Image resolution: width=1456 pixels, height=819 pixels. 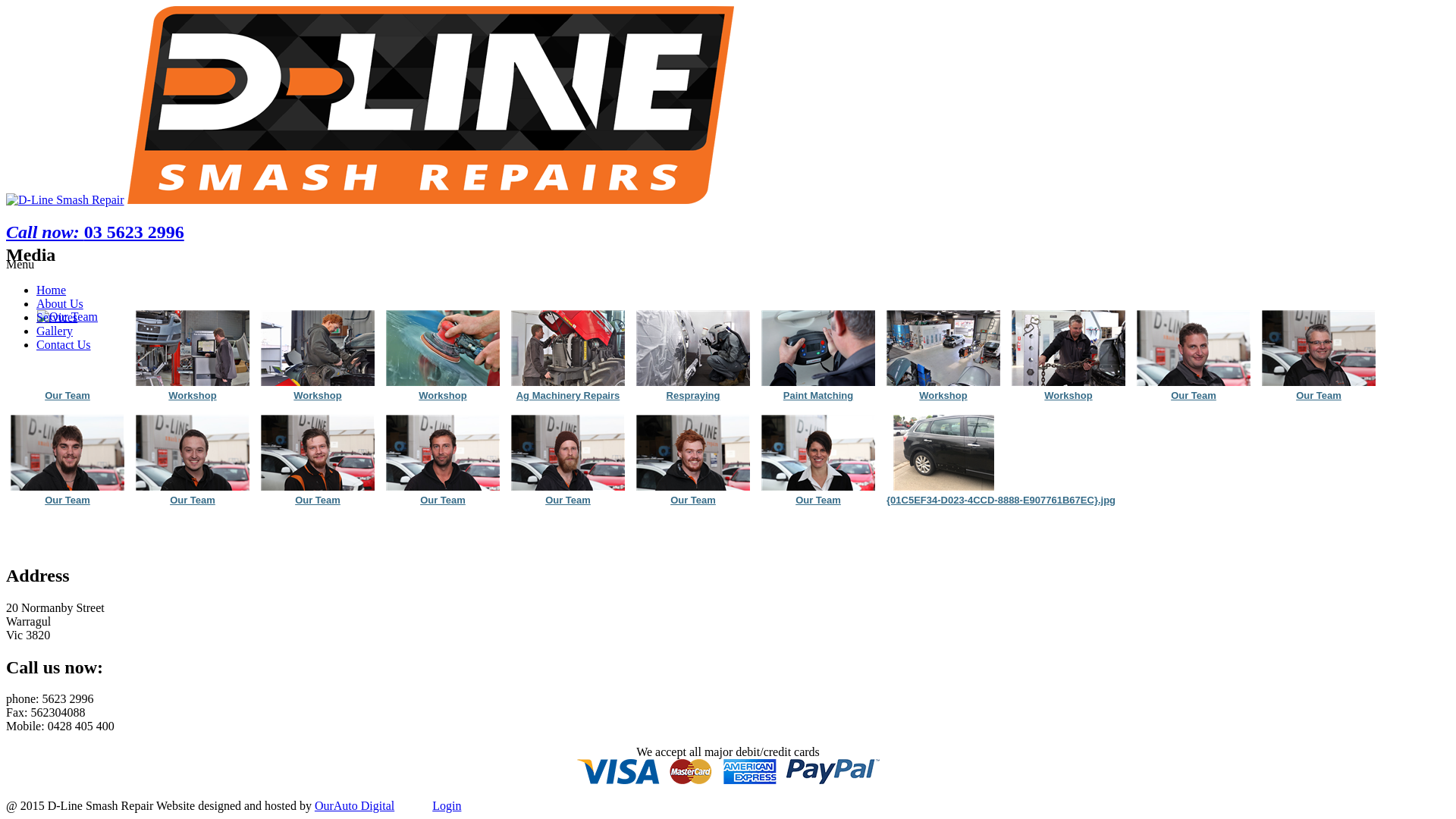 I want to click on 'Menu', so click(x=20, y=263).